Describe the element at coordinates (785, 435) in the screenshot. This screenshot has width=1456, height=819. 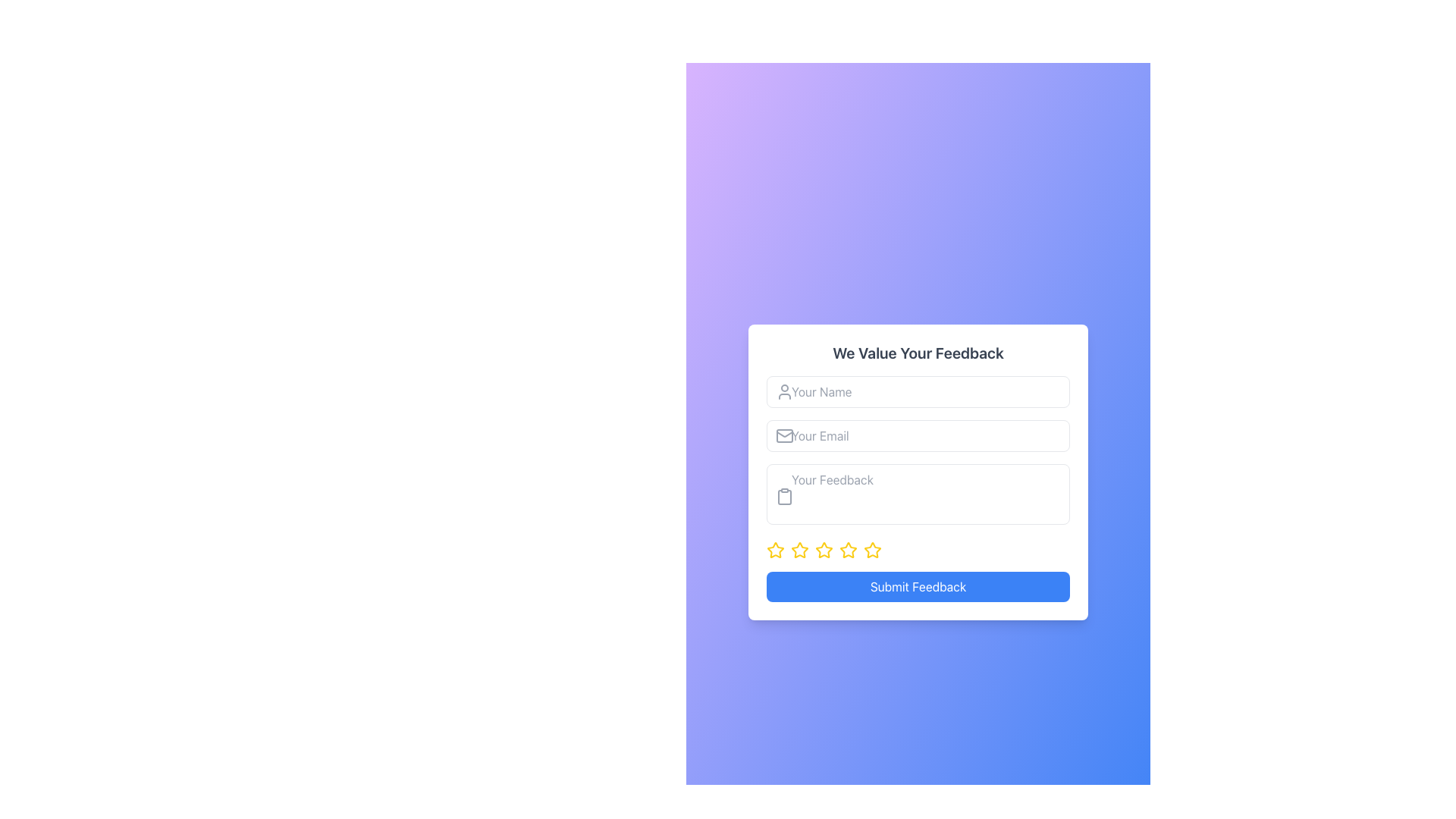
I see `the mail icon that visually indicates the associated input field is intended for email addresses, located to the left of the placeholder text in the 'Your Email' input field` at that location.